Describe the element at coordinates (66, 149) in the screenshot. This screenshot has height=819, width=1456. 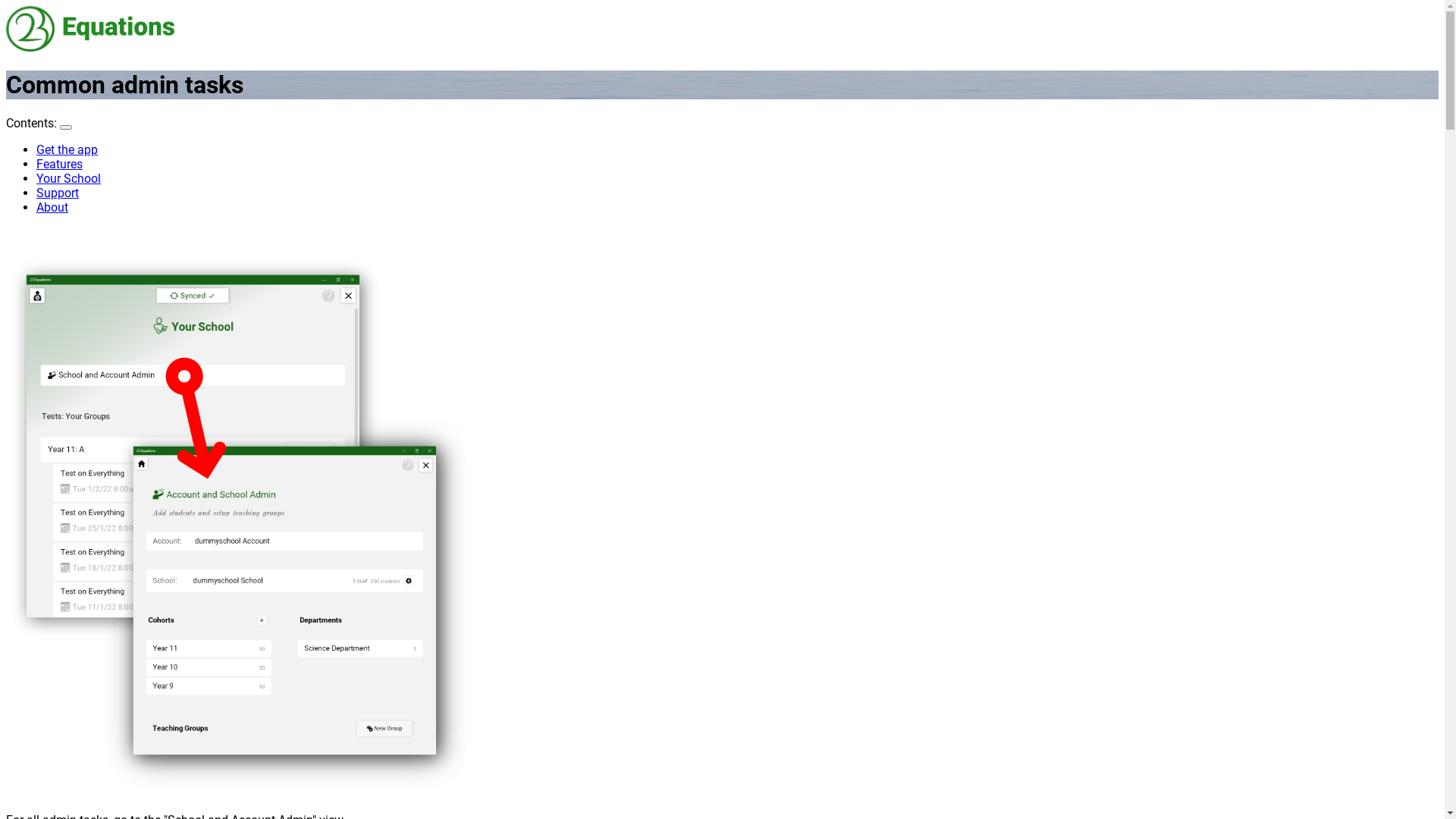
I see `'Get the app'` at that location.